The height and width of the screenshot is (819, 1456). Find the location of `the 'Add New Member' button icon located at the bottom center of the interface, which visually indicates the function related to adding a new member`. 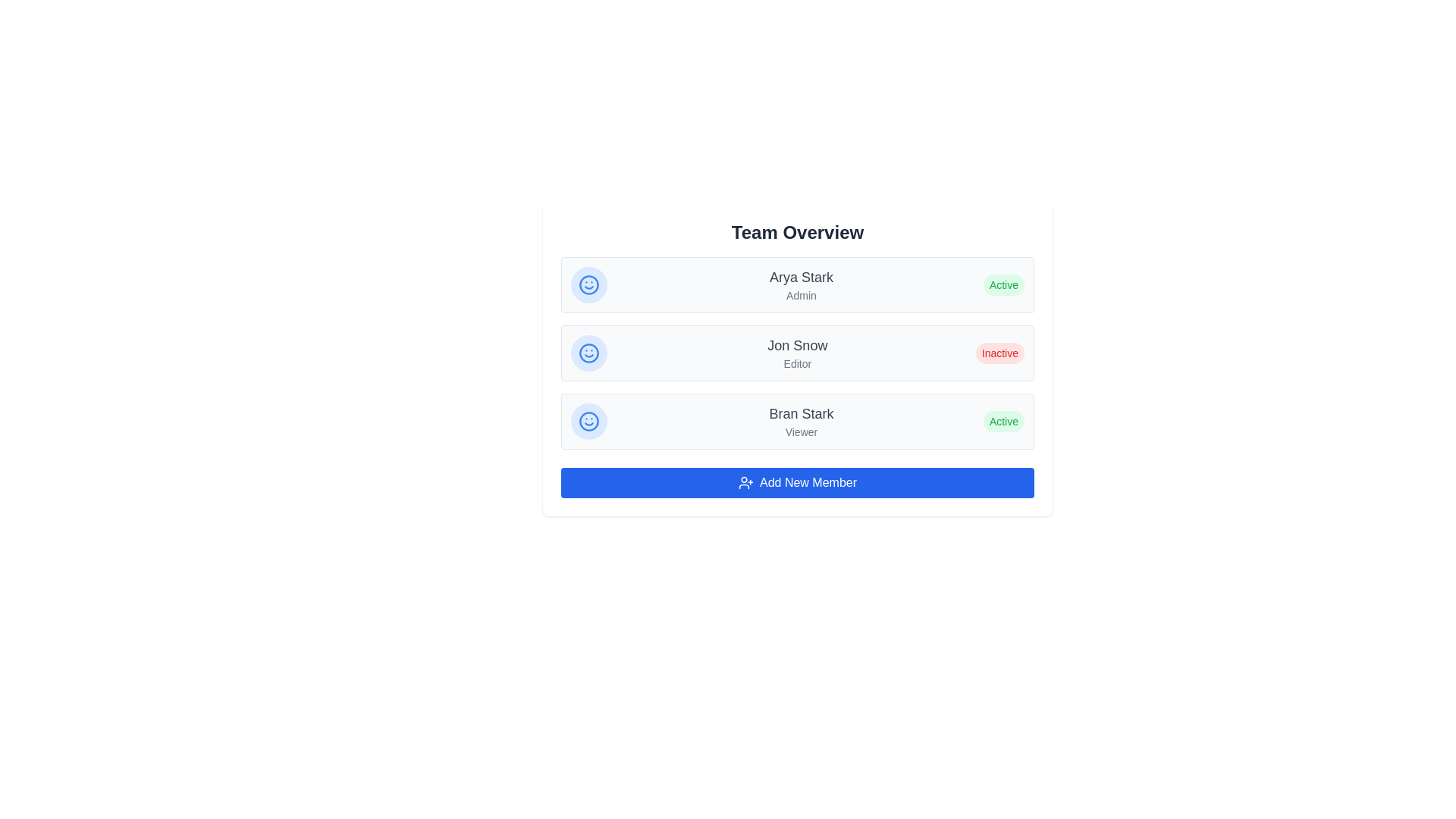

the 'Add New Member' button icon located at the bottom center of the interface, which visually indicates the function related to adding a new member is located at coordinates (745, 482).